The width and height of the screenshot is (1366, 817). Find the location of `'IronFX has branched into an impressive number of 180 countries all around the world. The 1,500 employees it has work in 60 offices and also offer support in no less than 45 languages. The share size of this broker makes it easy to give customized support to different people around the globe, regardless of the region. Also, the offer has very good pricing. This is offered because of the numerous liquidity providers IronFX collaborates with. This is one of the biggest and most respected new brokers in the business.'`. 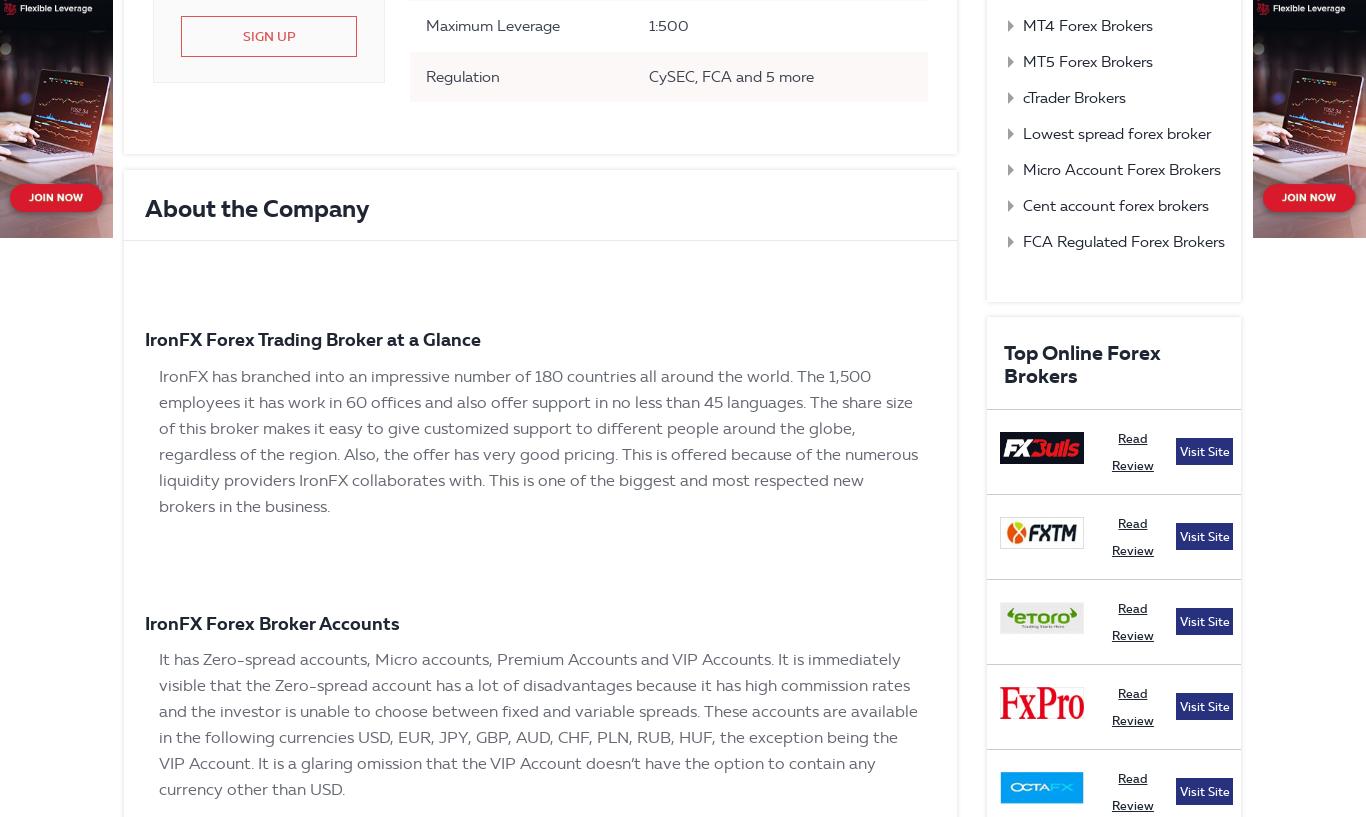

'IronFX has branched into an impressive number of 180 countries all around the world. The 1,500 employees it has work in 60 offices and also offer support in no less than 45 languages. The share size of this broker makes it easy to give customized support to different people around the globe, regardless of the region. Also, the offer has very good pricing. This is offered because of the numerous liquidity providers IronFX collaborates with. This is one of the biggest and most respected new brokers in the business.' is located at coordinates (538, 440).